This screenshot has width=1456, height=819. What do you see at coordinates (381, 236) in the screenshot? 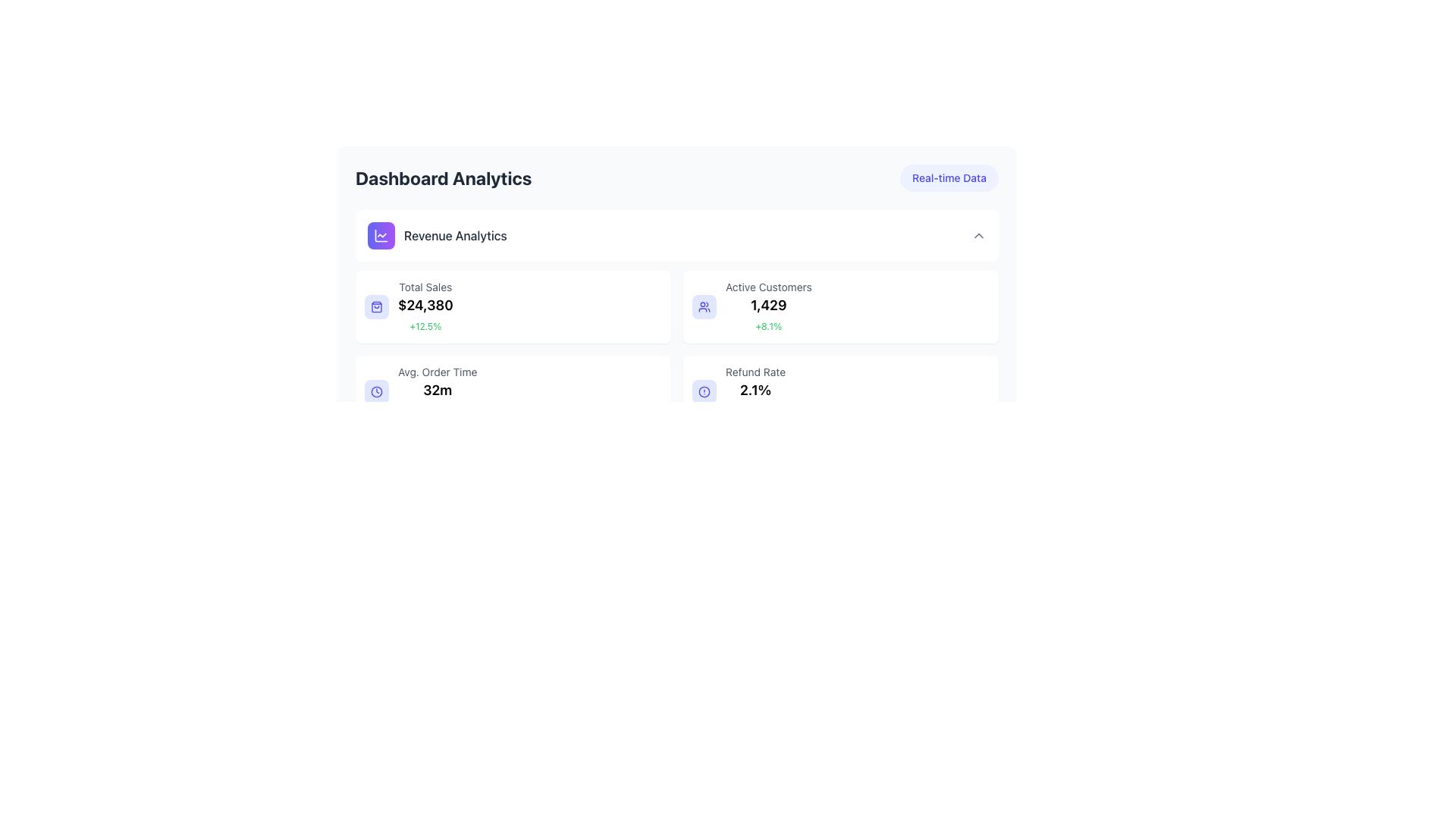
I see `the SVG-based line chart icon with a white stroke, located within a gradient-colored rectangular button beneath the 'Dashboard Analytics' heading` at bounding box center [381, 236].